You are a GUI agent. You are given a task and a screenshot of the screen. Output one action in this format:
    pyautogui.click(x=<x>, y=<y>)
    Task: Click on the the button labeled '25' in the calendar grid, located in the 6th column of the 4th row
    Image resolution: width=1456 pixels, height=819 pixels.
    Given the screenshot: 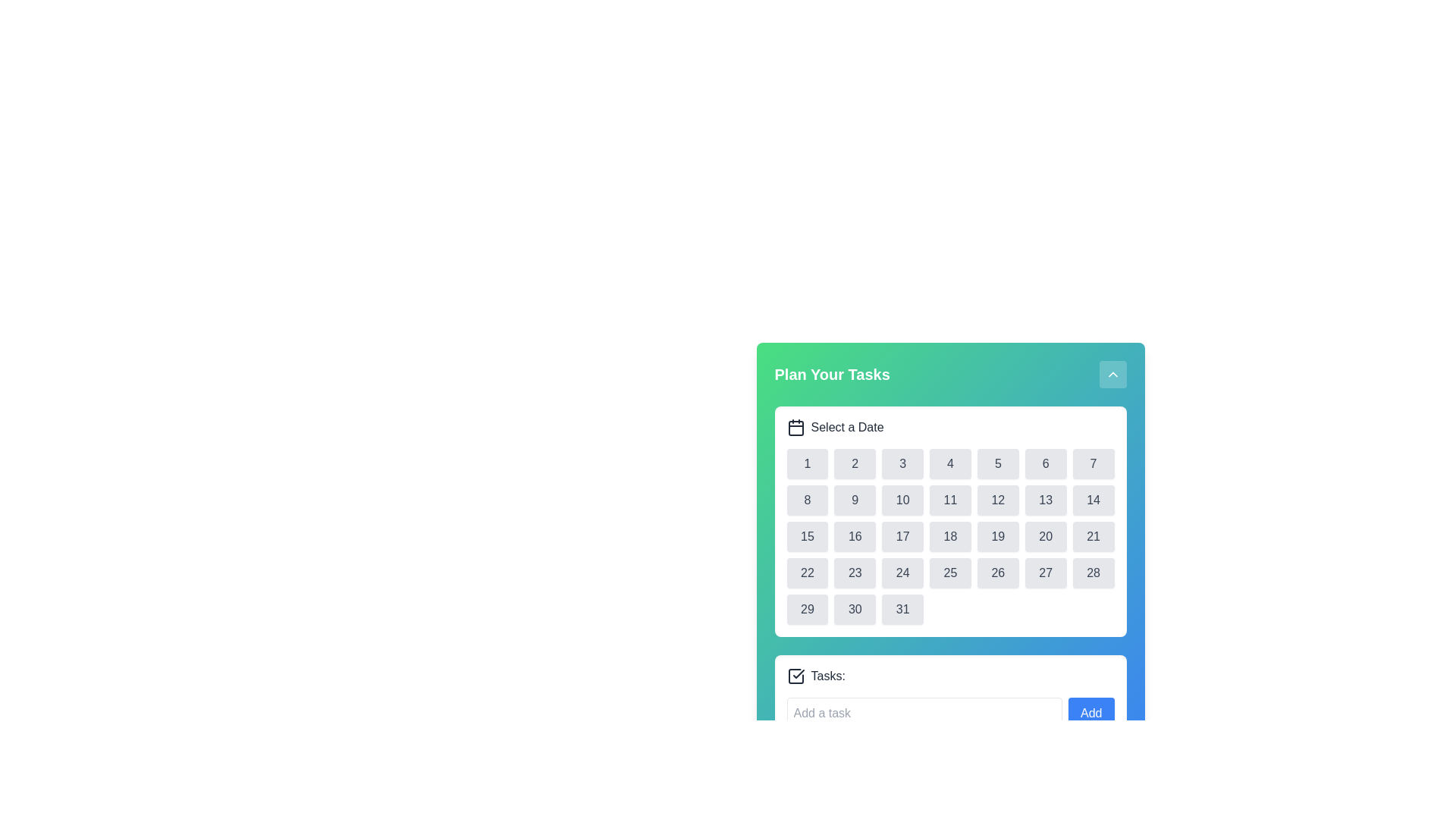 What is the action you would take?
    pyautogui.click(x=949, y=573)
    